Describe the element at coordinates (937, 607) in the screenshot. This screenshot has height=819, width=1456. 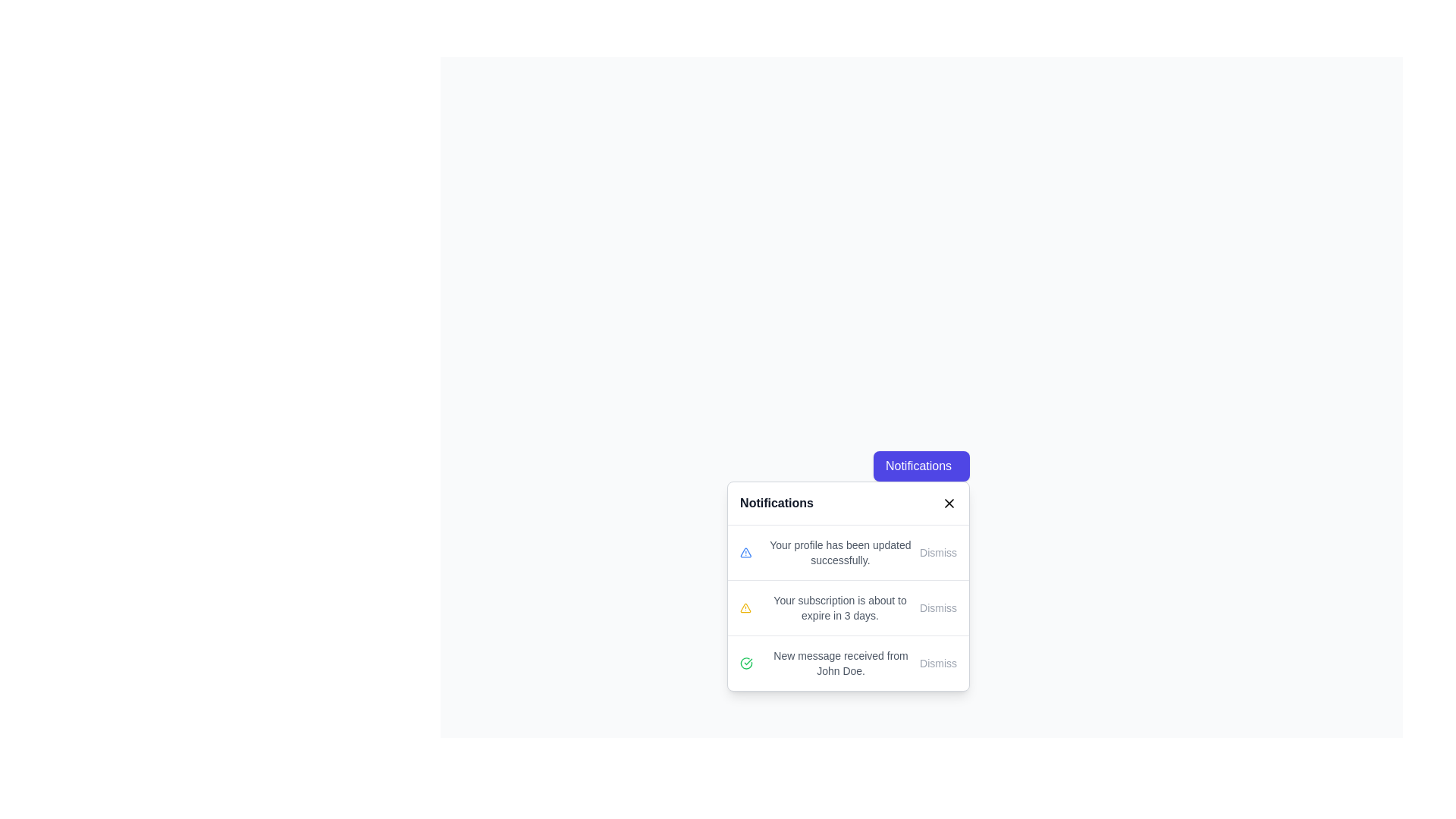
I see `the dismiss button for the second notification located in the notification box under the 'Notifications' title` at that location.